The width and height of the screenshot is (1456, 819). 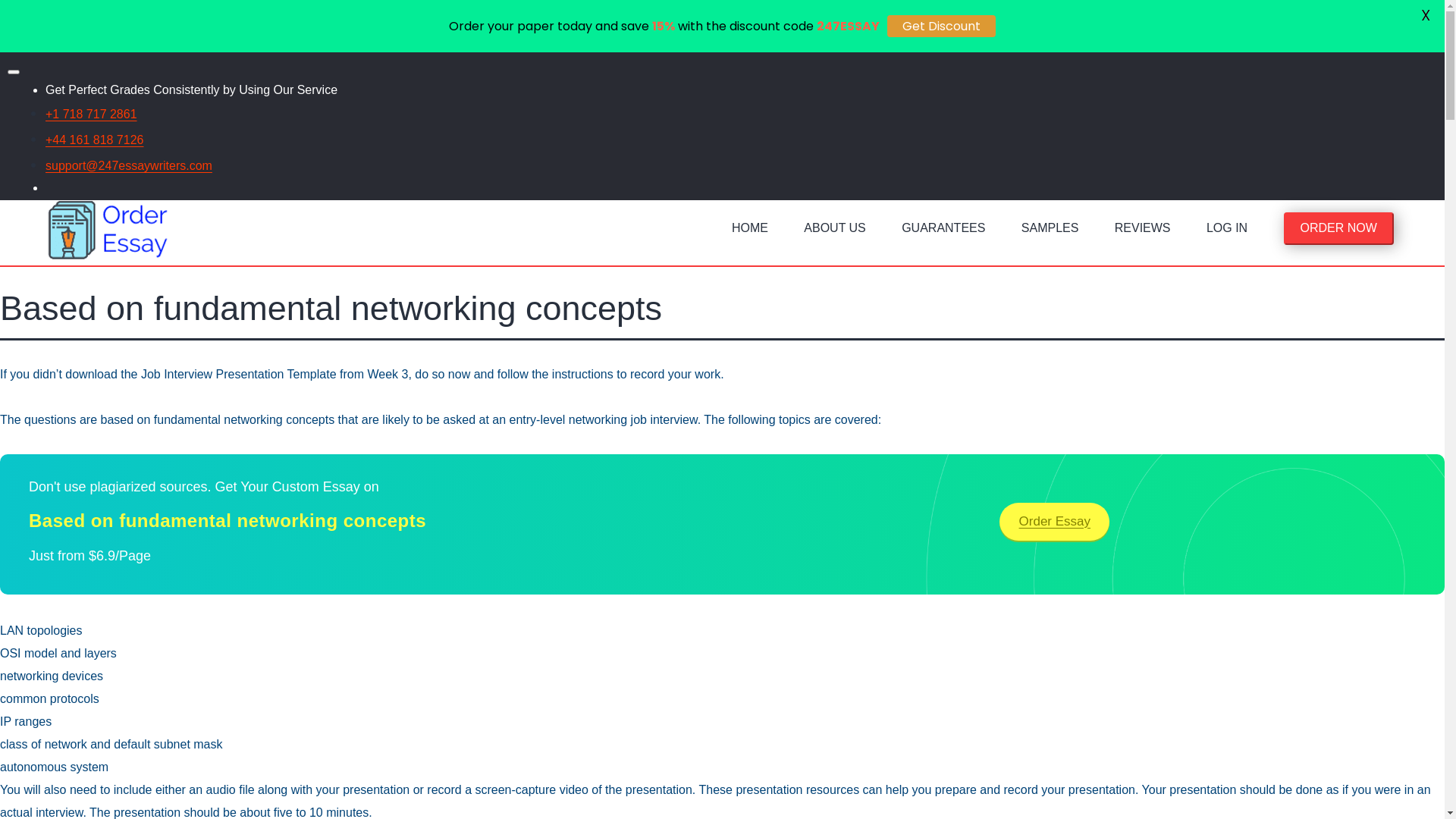 I want to click on 'ABOUT US', so click(x=833, y=232).